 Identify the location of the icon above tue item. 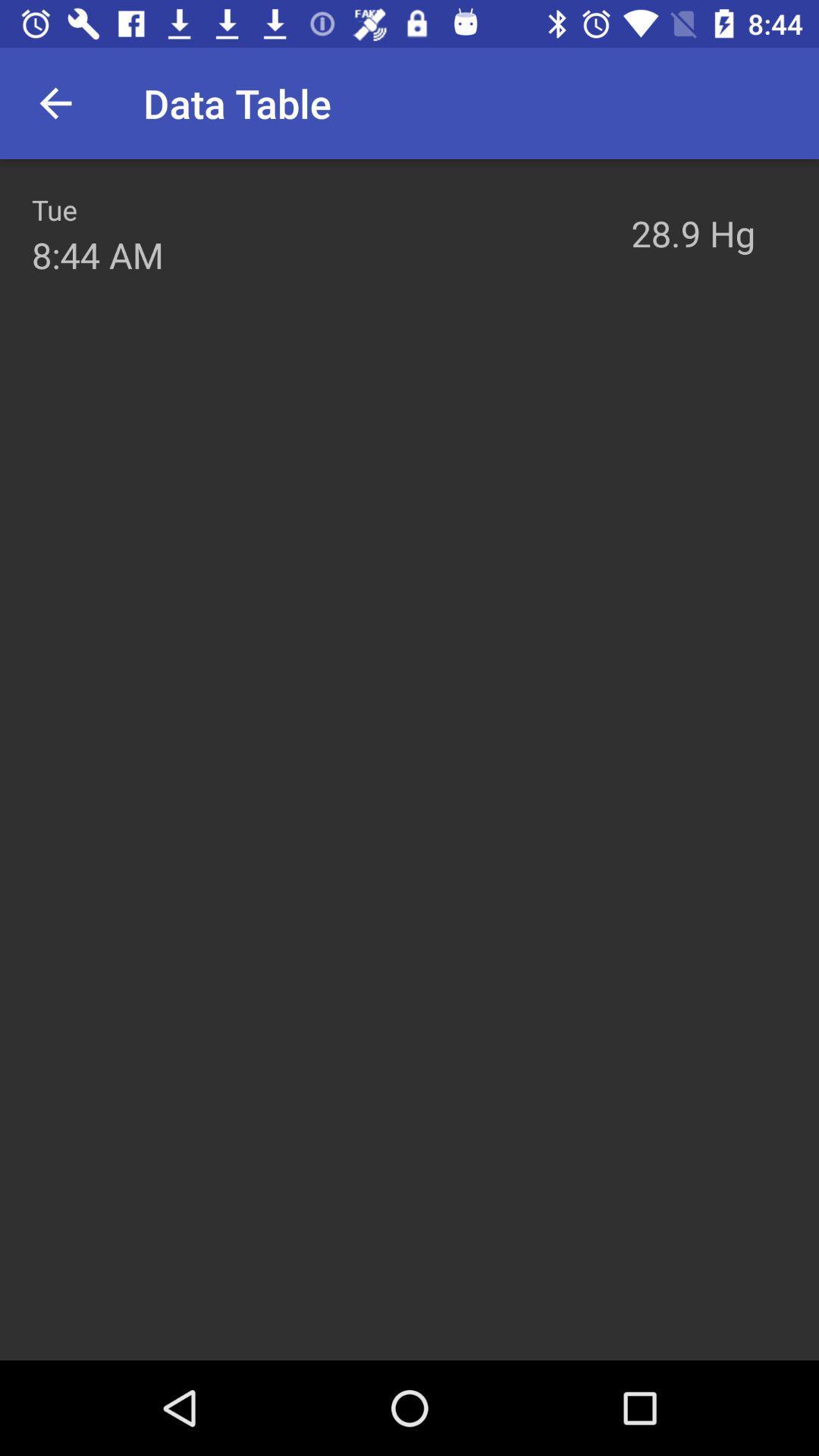
(55, 102).